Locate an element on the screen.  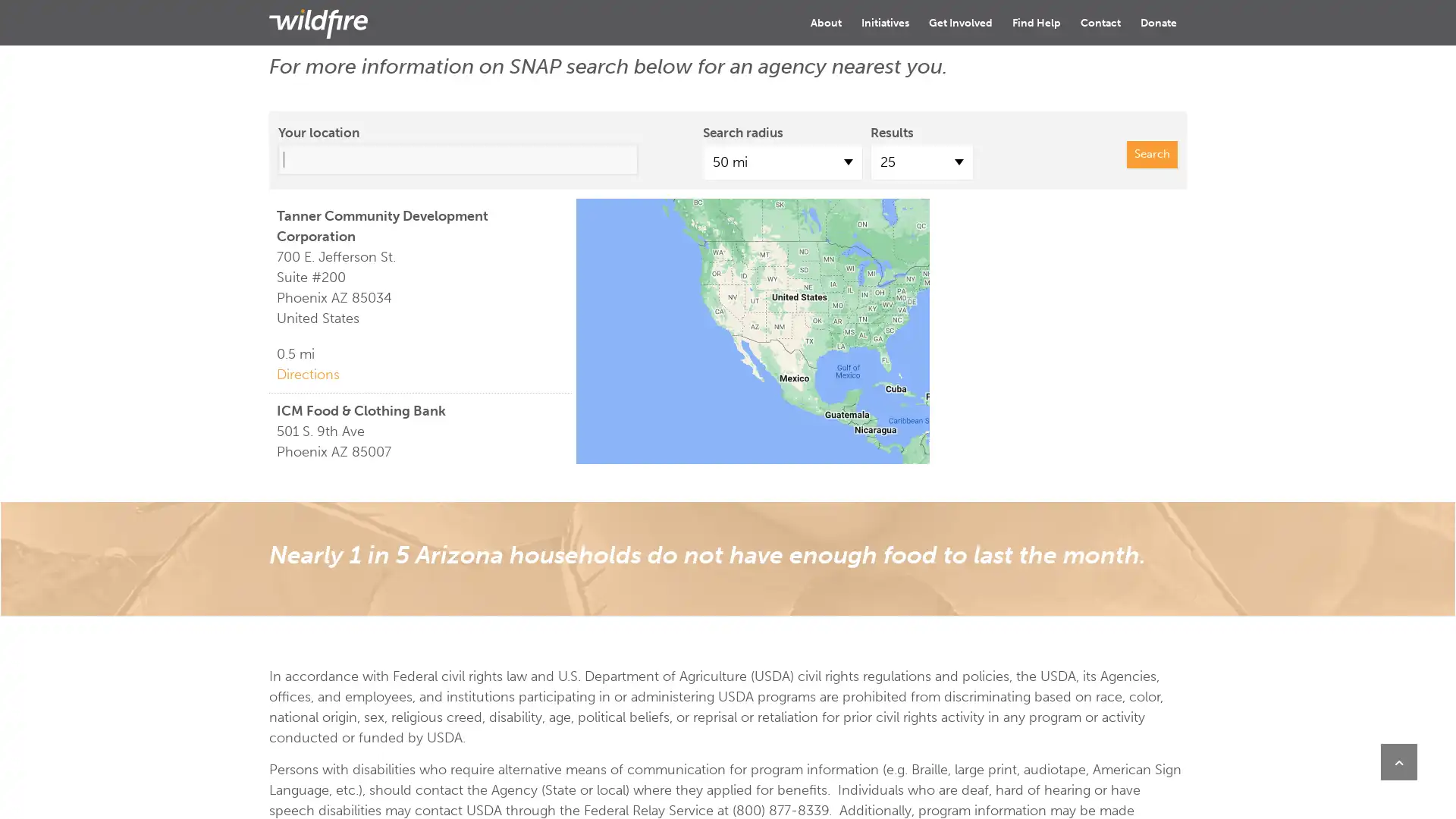
Keogh HC at Public Health is located at coordinates (888, 300).